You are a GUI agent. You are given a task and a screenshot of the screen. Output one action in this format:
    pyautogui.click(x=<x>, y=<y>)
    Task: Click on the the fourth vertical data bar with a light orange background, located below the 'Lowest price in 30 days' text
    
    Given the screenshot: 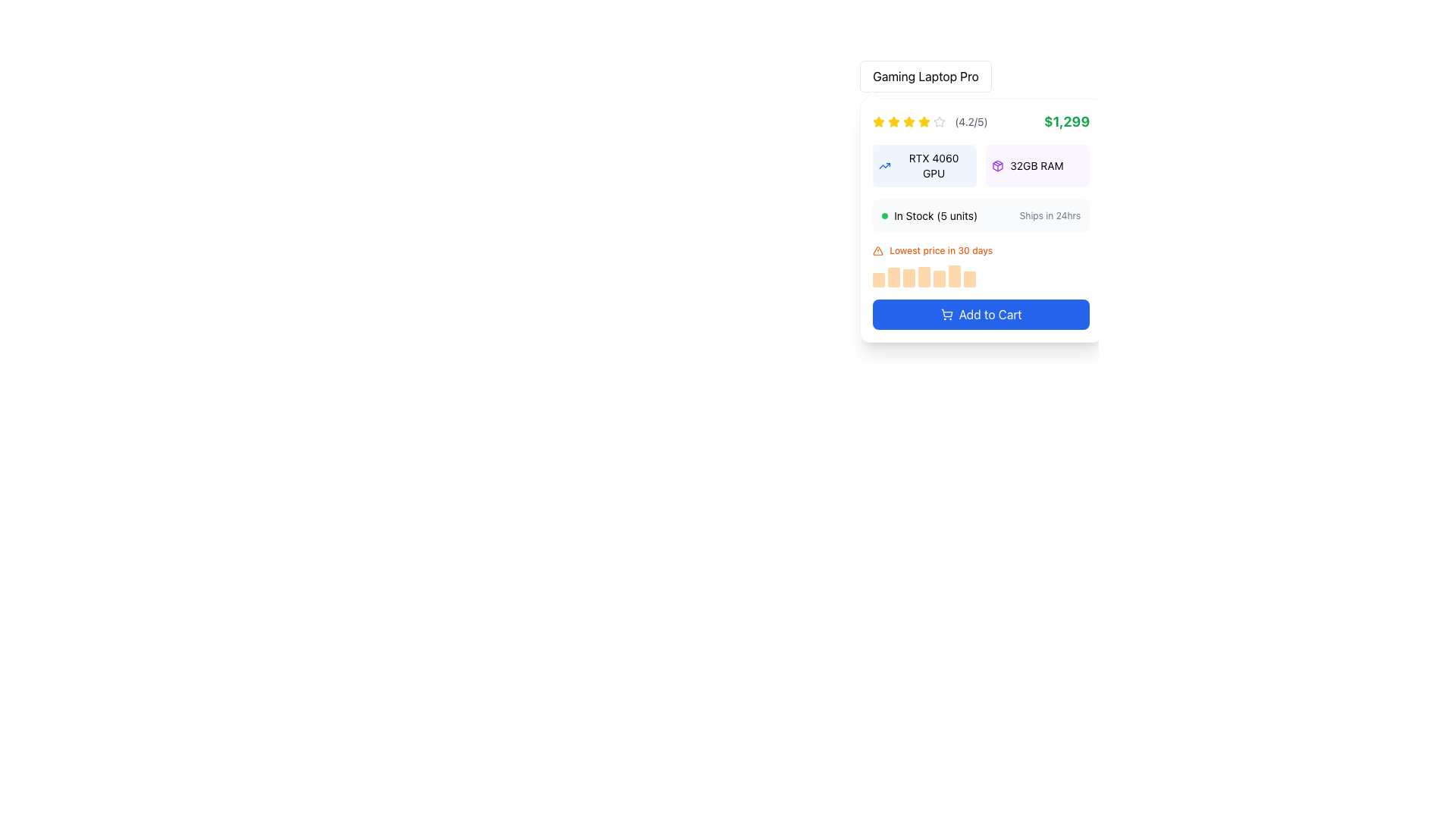 What is the action you would take?
    pyautogui.click(x=924, y=277)
    